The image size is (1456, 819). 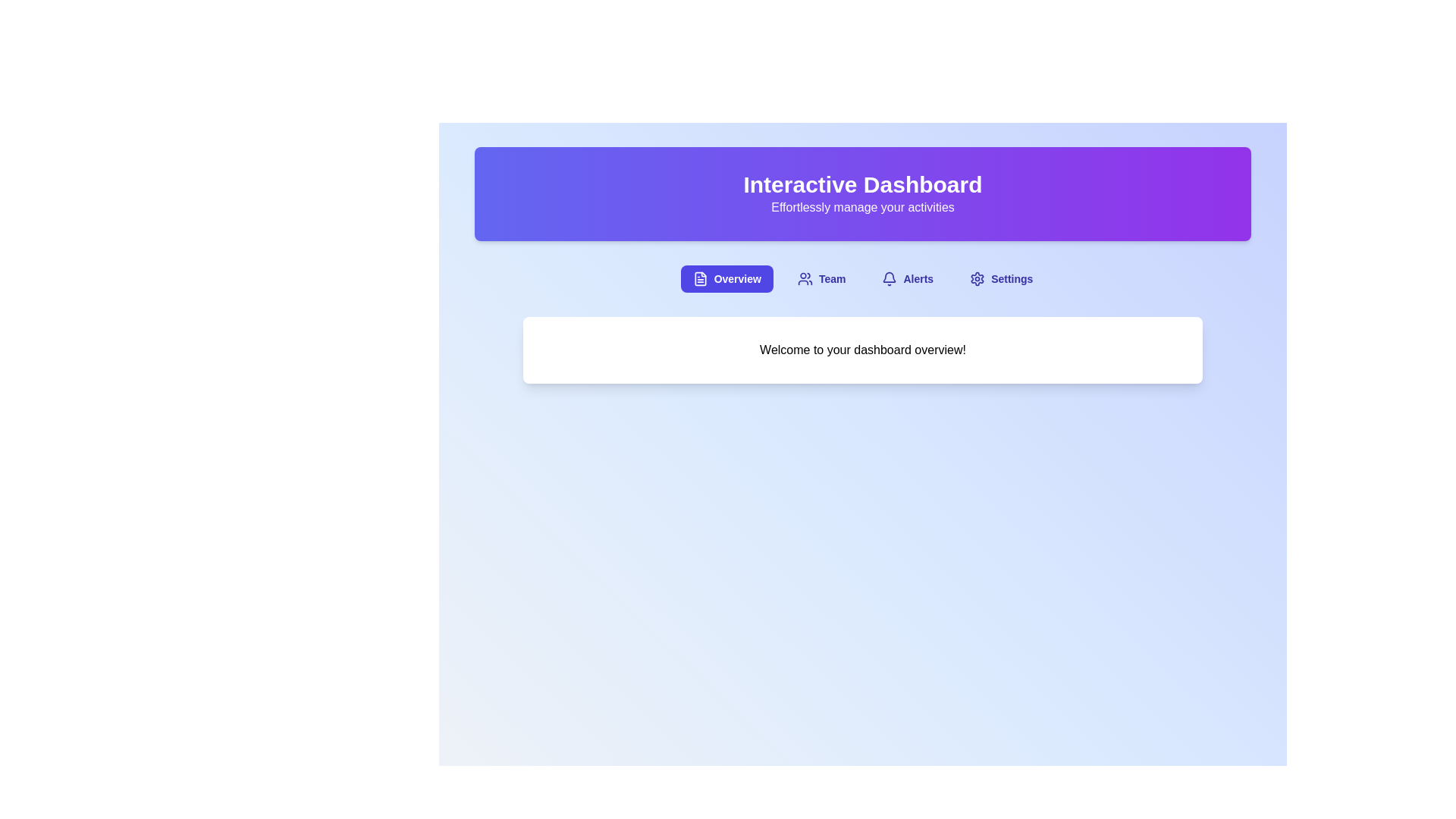 What do you see at coordinates (862, 350) in the screenshot?
I see `the static text block that serves as a welcoming message or introductory card for the dashboard, located below the navigation buttons and centered in the upper-middle section of the main view` at bounding box center [862, 350].